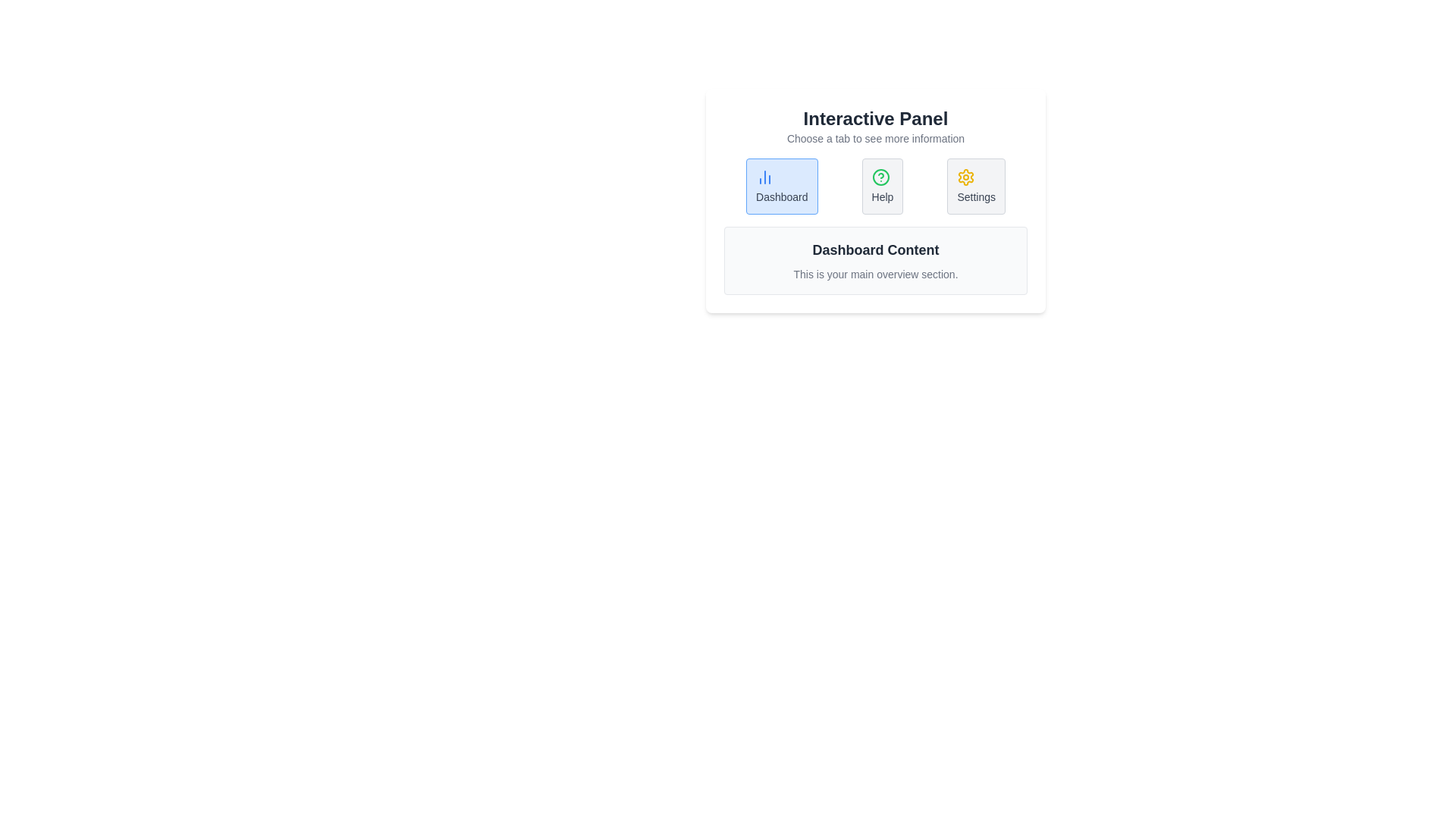 This screenshot has width=1456, height=819. What do you see at coordinates (880, 177) in the screenshot?
I see `the circular question mark icon styled in green, located in the 'Interactive Panel' above the 'Help' label` at bounding box center [880, 177].